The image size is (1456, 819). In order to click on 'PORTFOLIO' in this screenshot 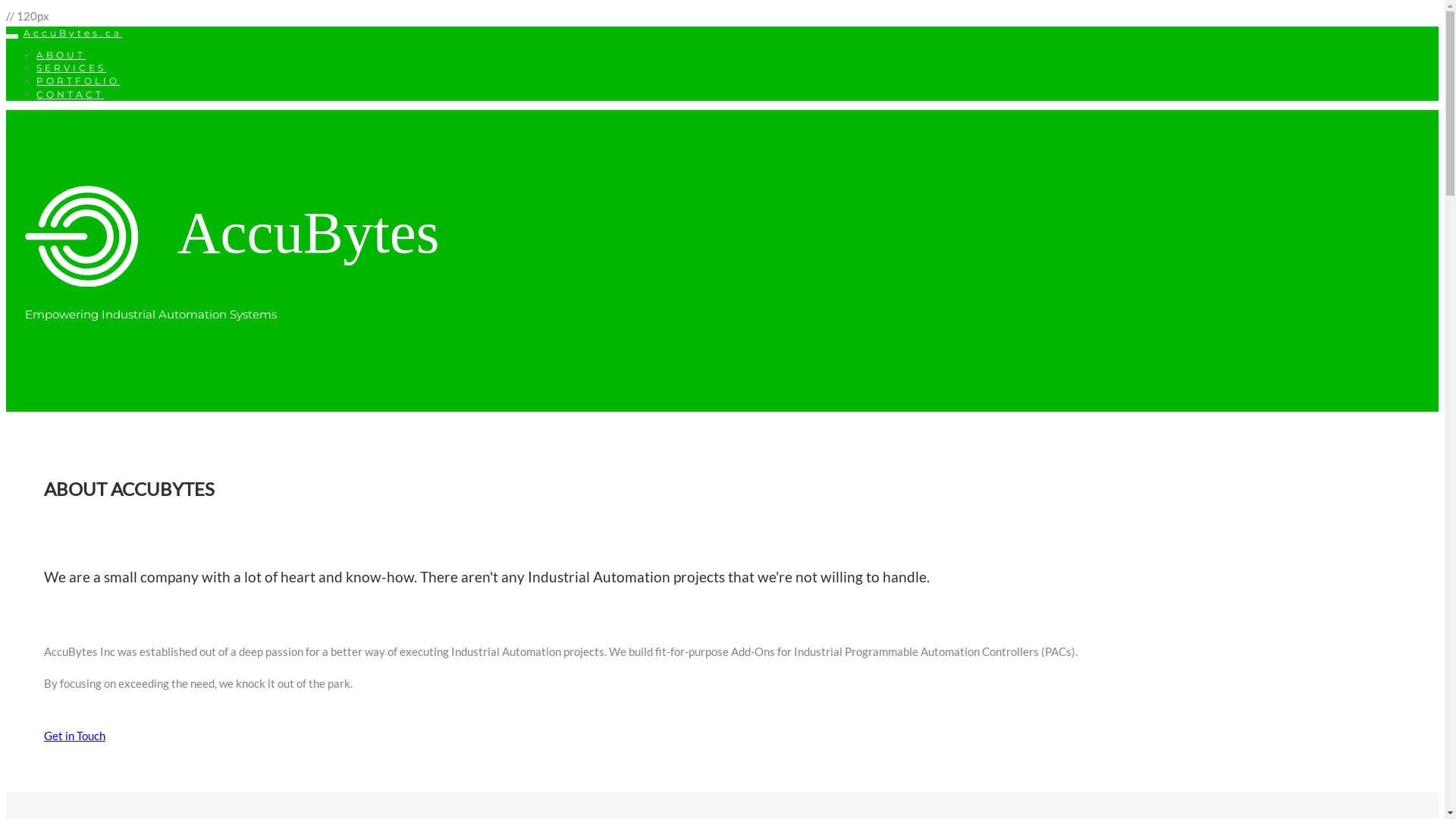, I will do `click(36, 80)`.